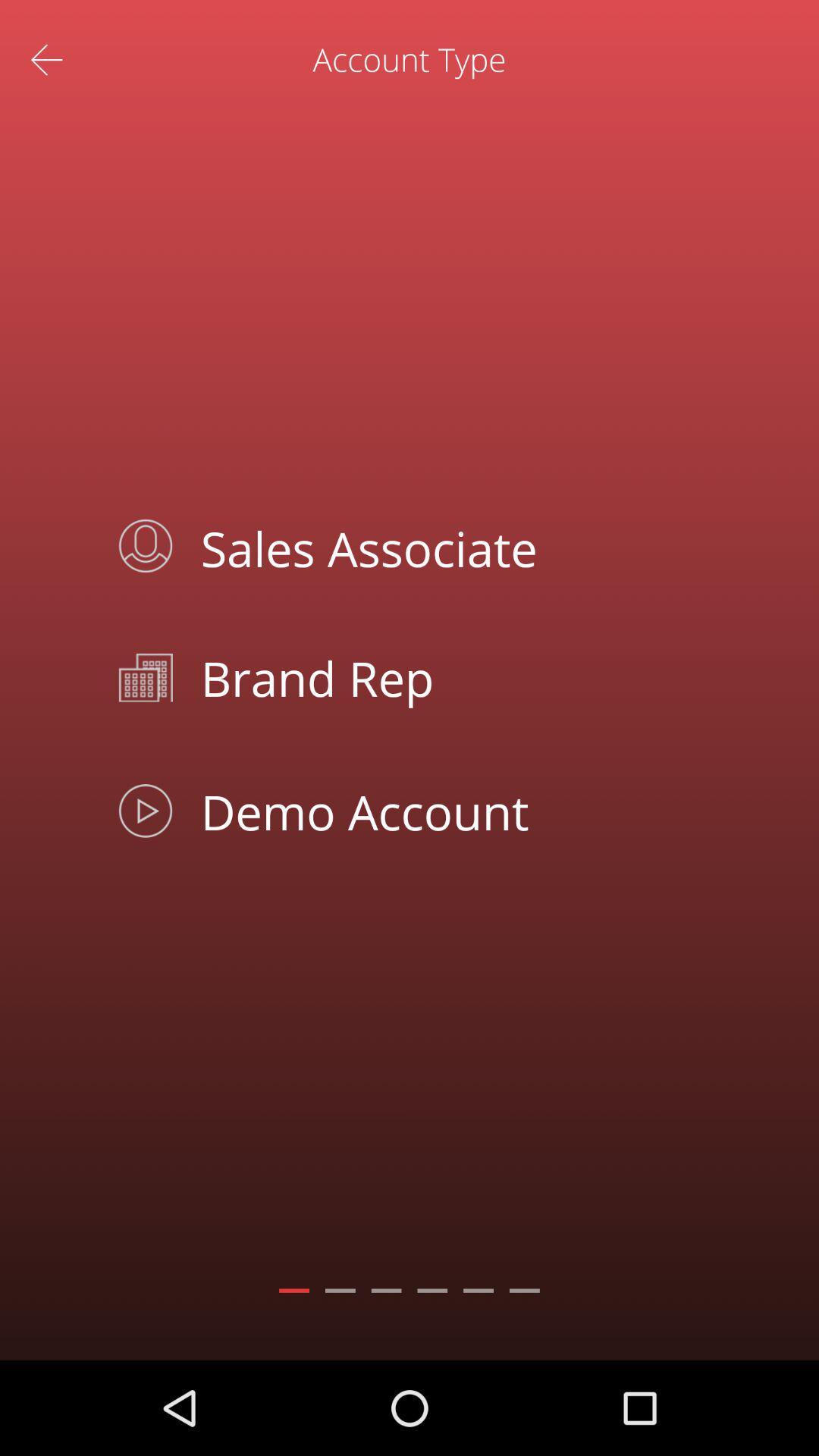  I want to click on app above brand rep item, so click(444, 546).